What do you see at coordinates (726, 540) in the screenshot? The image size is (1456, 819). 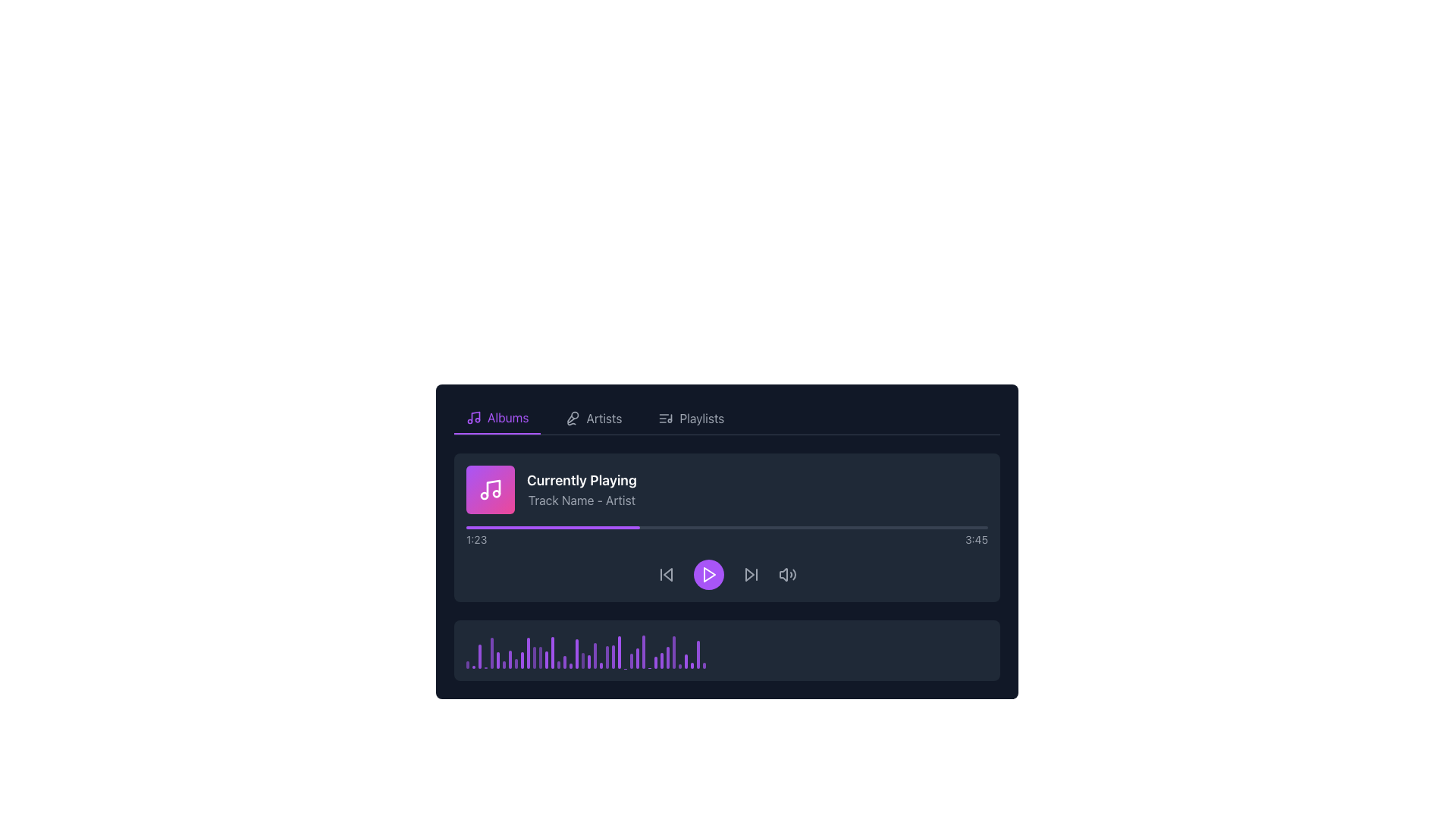 I see `the 'Currently Playing' section of the composite widget to control playback` at bounding box center [726, 540].